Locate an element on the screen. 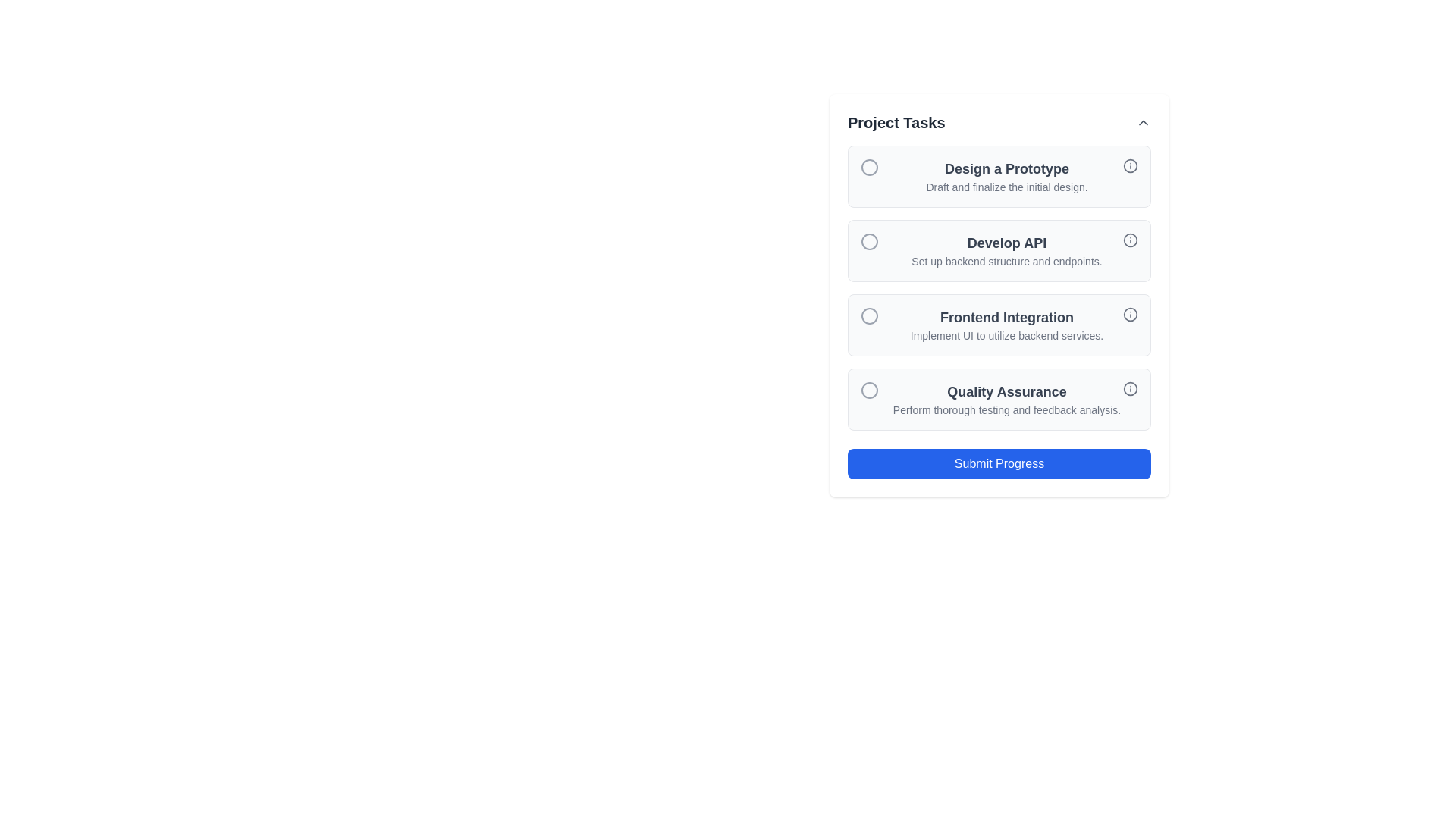 The width and height of the screenshot is (1456, 819). the text label displaying 'Frontend Integration', which is styled in bold and medium-large font, located within the third row of the 'Project Tasks' interface is located at coordinates (1007, 317).